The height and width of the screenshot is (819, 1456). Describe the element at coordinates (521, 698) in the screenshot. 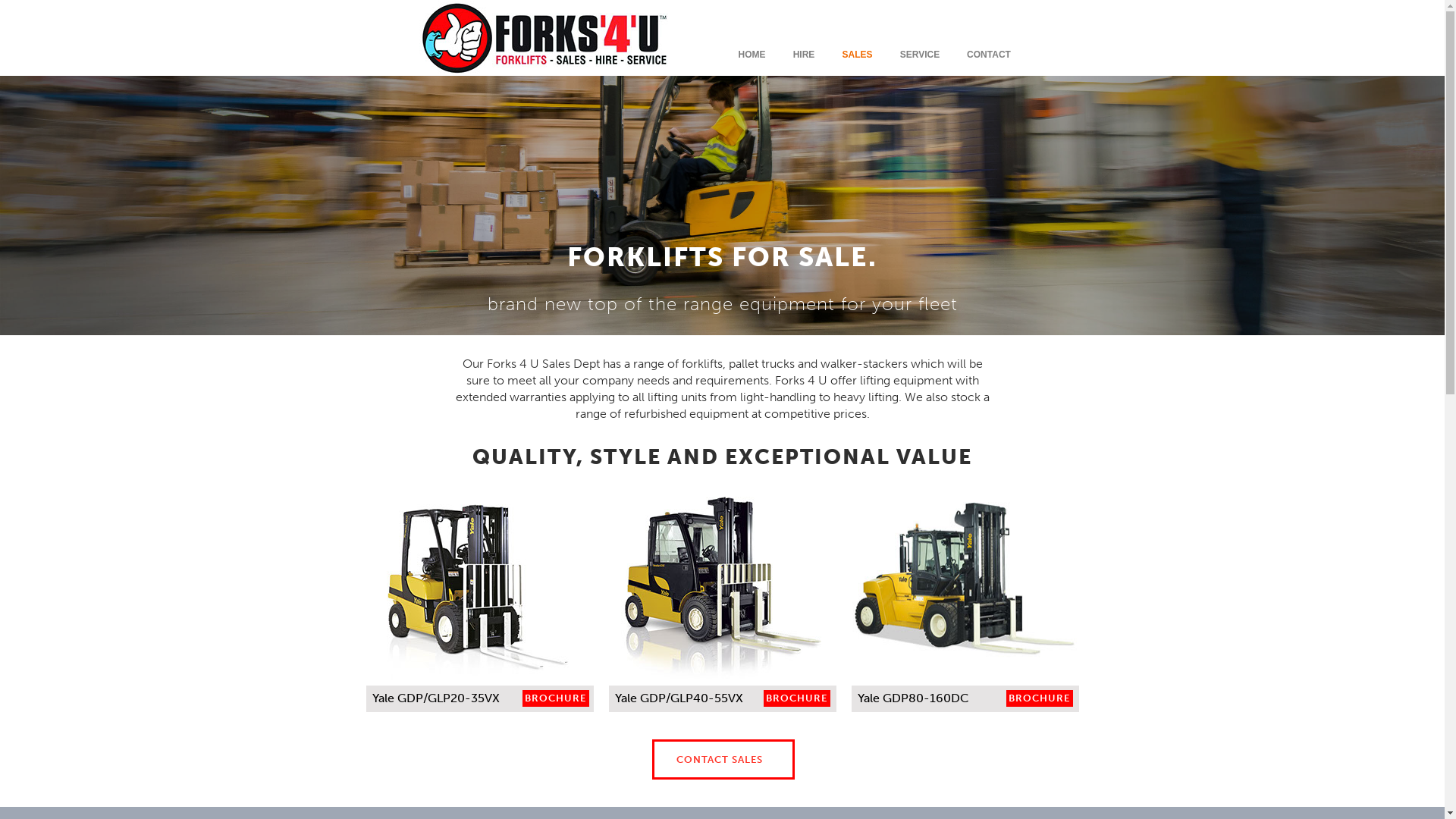

I see `'BROCHURE'` at that location.